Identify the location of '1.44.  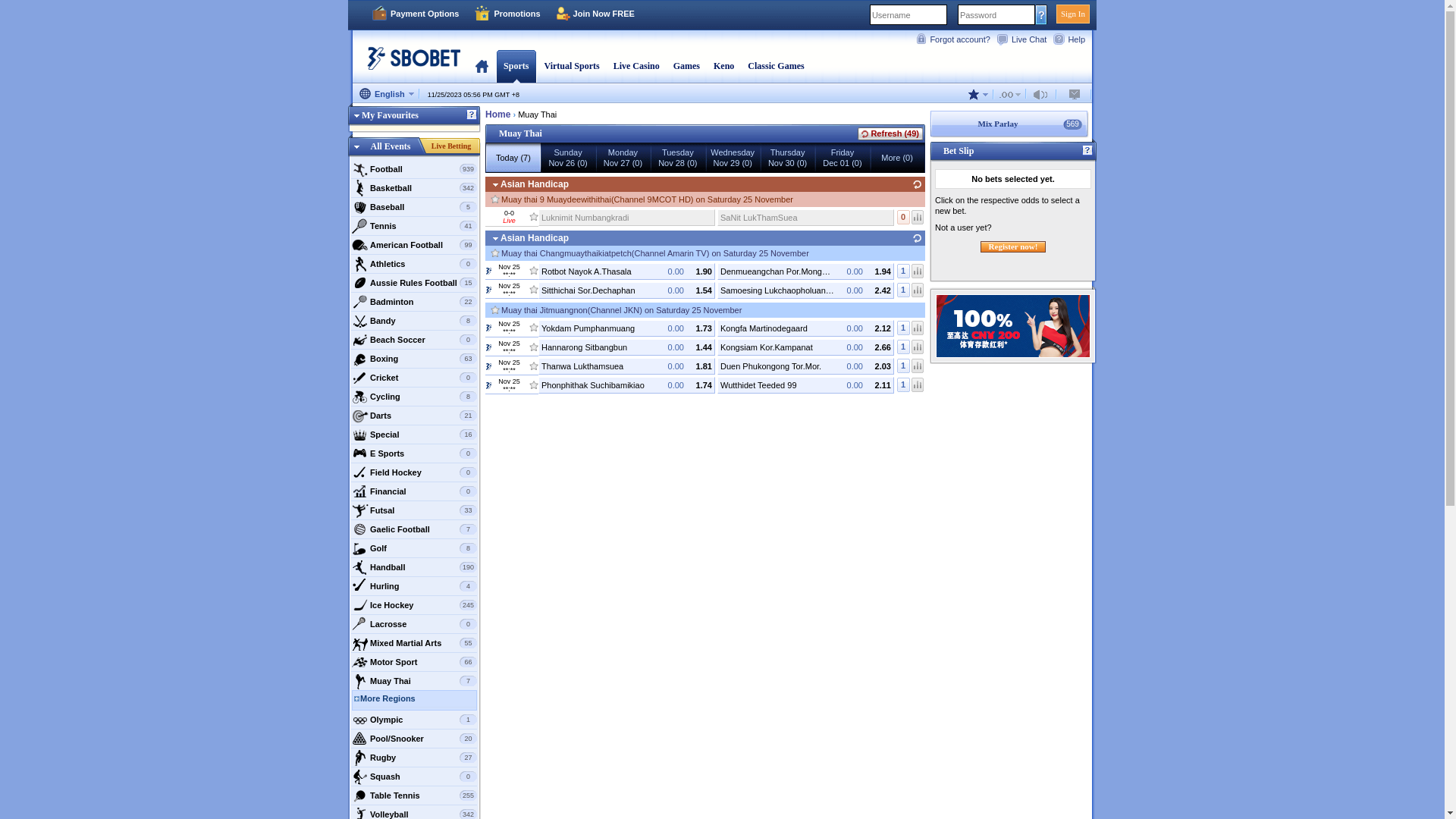
(626, 347).